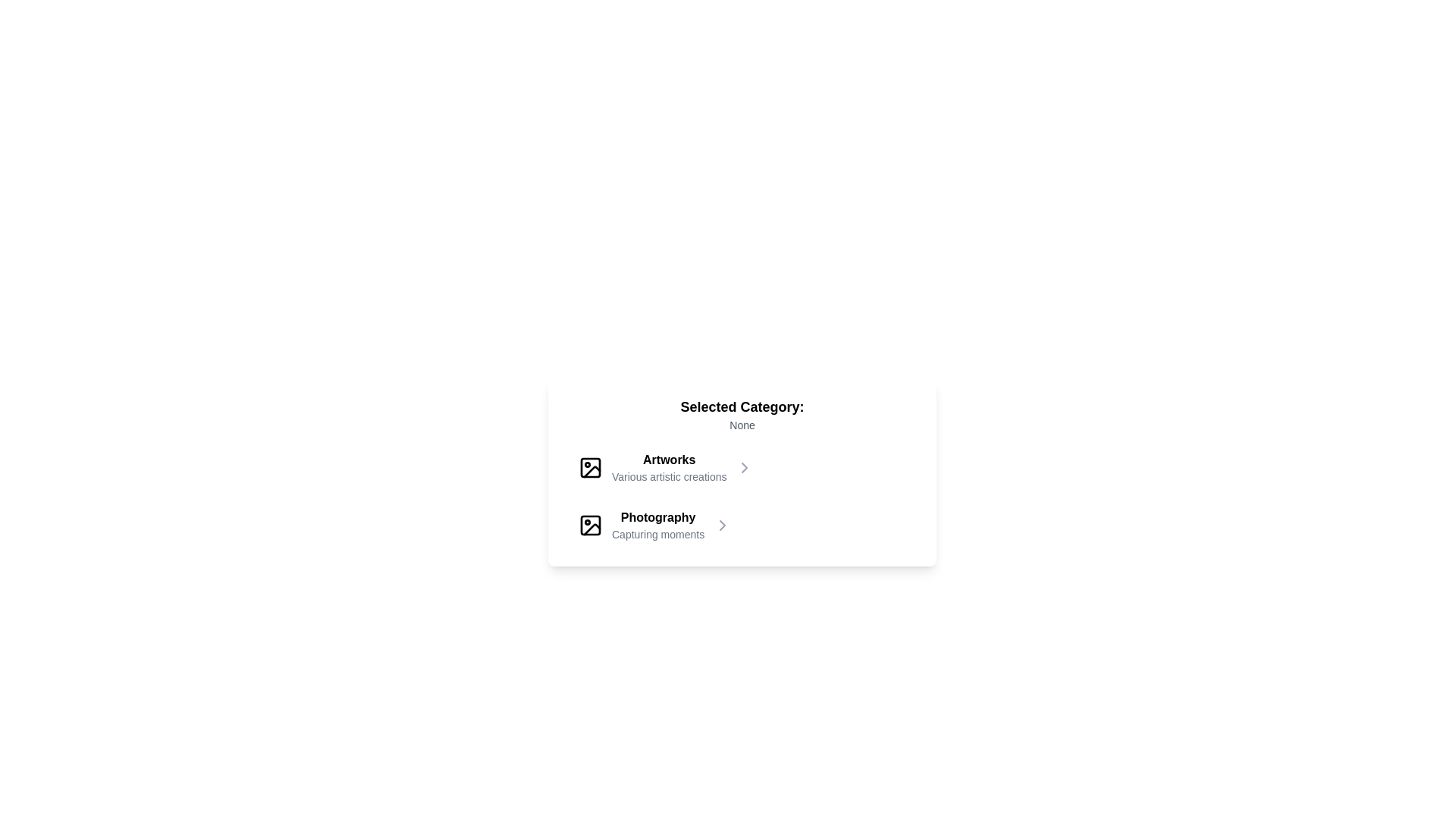 The width and height of the screenshot is (1456, 819). Describe the element at coordinates (742, 425) in the screenshot. I see `text element displaying 'None' which is located beneath the heading 'Selected Category:' in gray color` at that location.